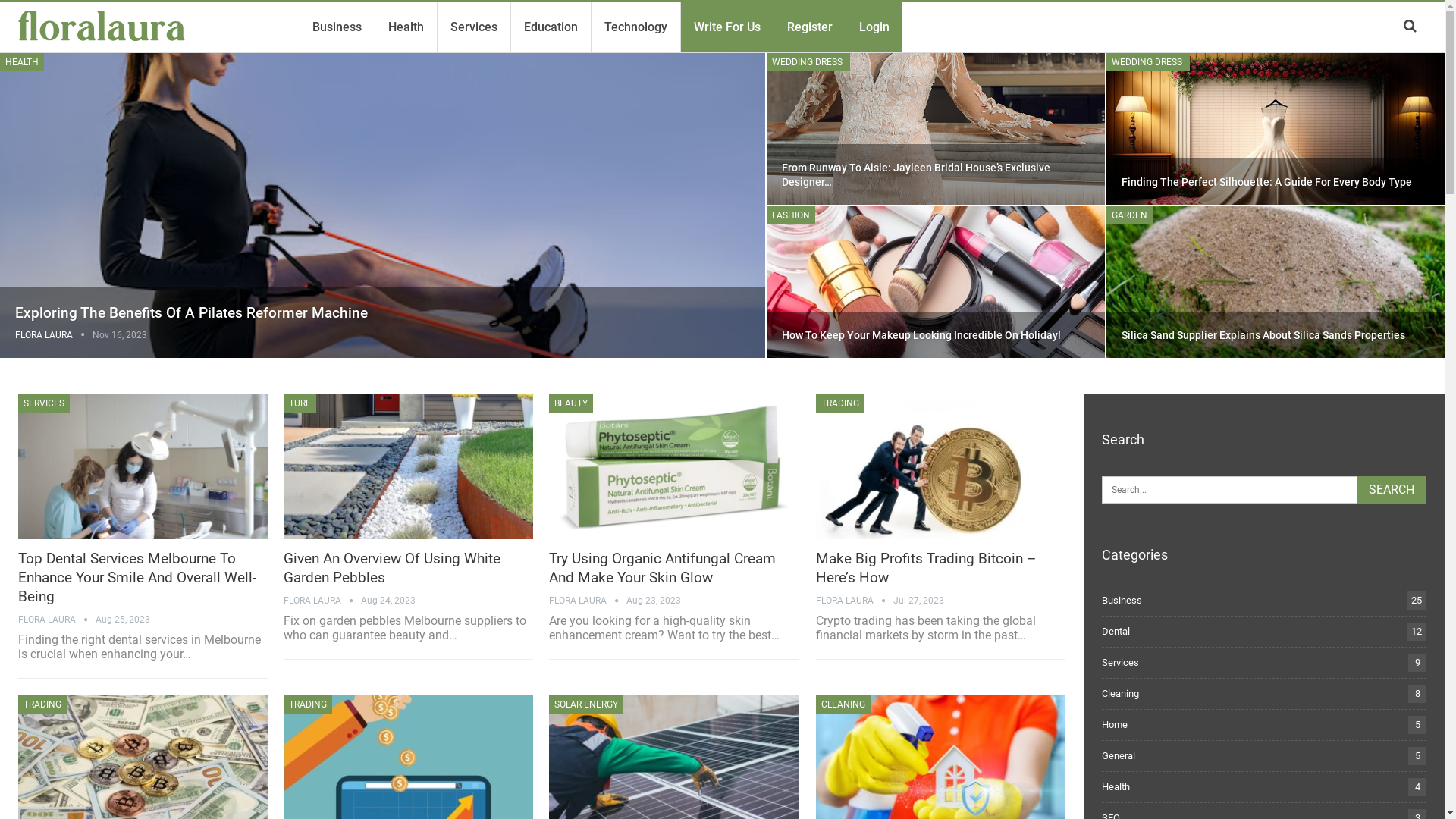 The width and height of the screenshot is (1456, 819). What do you see at coordinates (767, 61) in the screenshot?
I see `'WEDDING DRESS '` at bounding box center [767, 61].